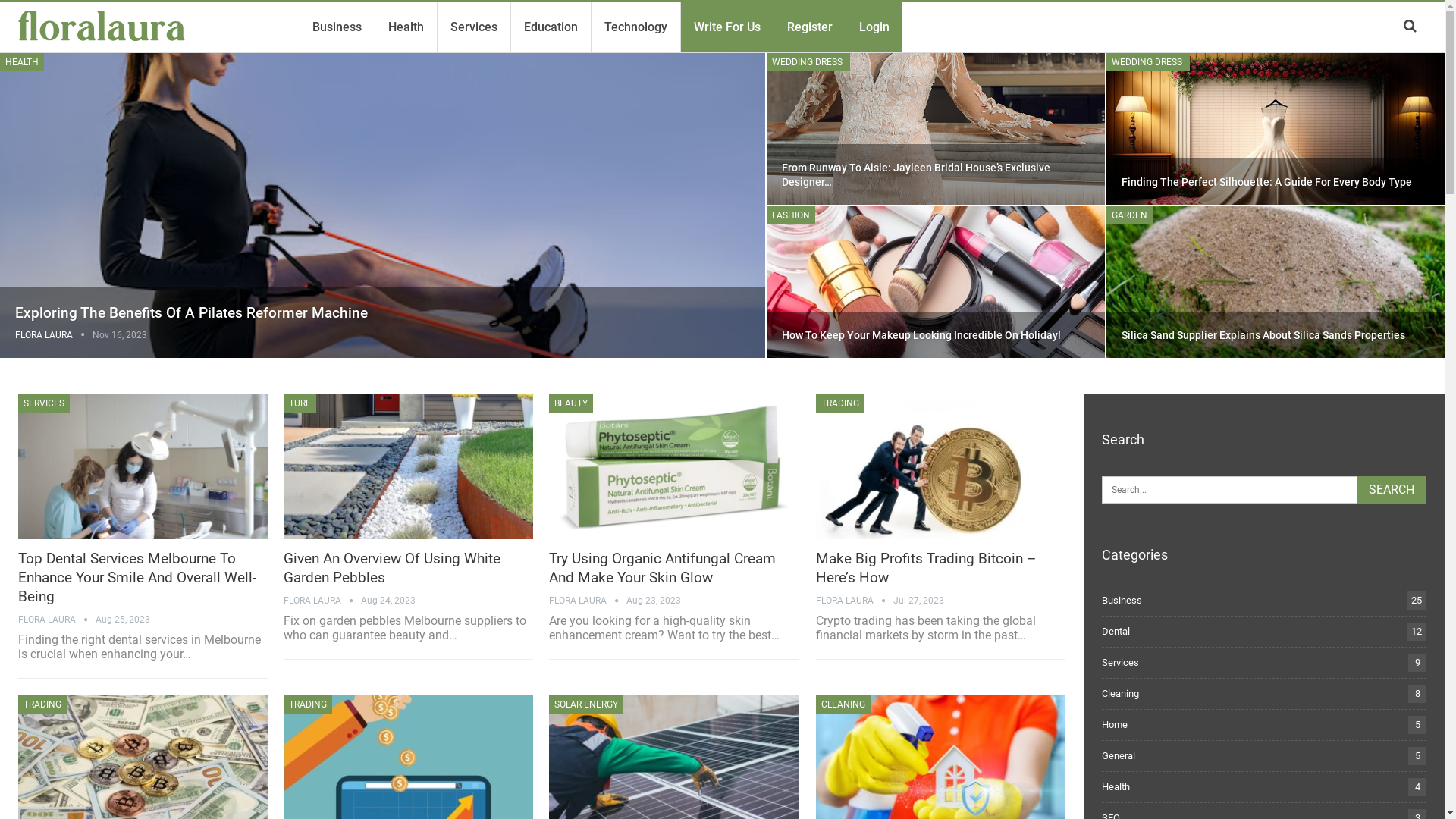 The width and height of the screenshot is (1456, 819). What do you see at coordinates (767, 61) in the screenshot?
I see `'WEDDING DRESS '` at bounding box center [767, 61].